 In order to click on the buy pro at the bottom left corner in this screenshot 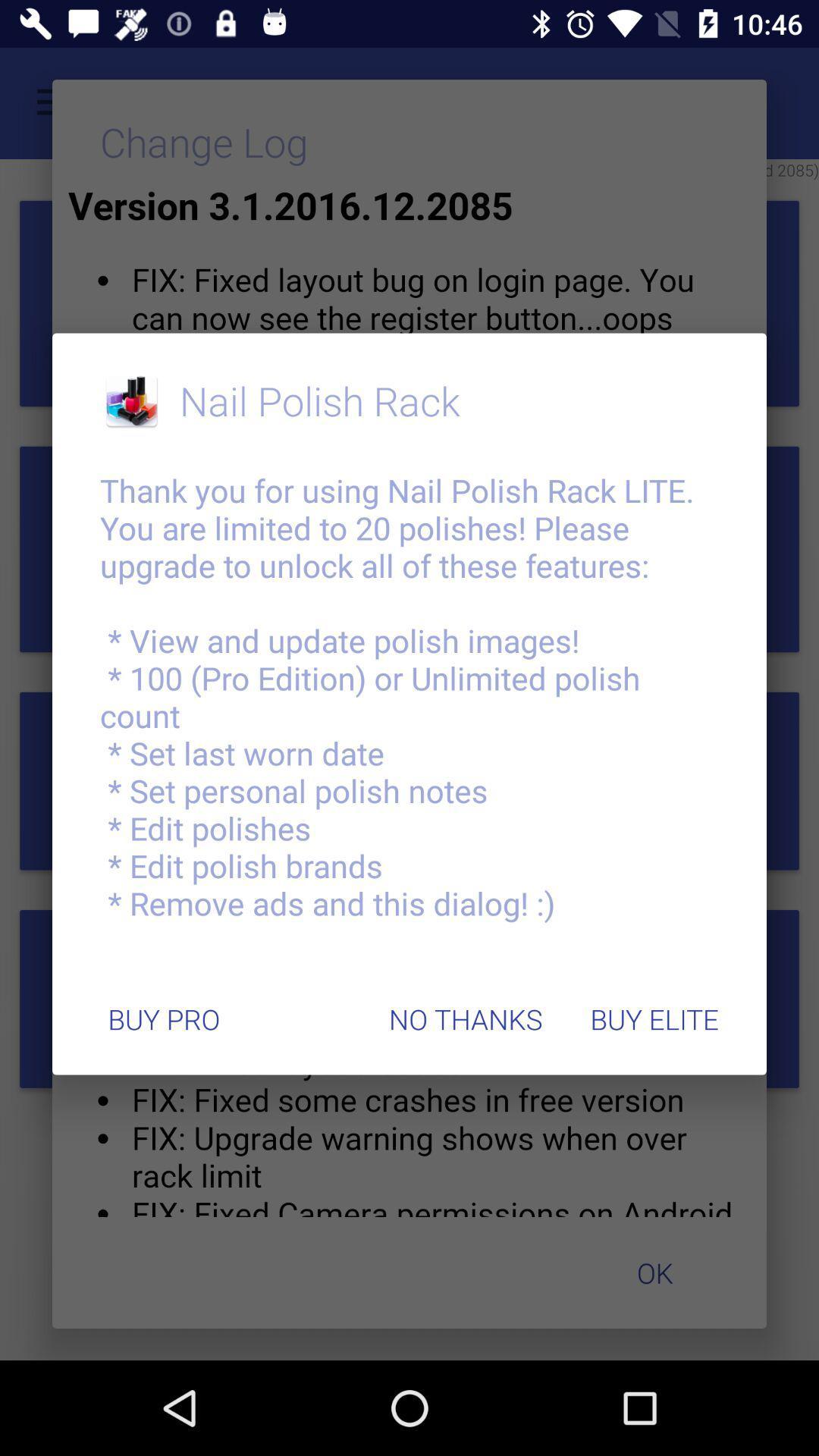, I will do `click(164, 1019)`.